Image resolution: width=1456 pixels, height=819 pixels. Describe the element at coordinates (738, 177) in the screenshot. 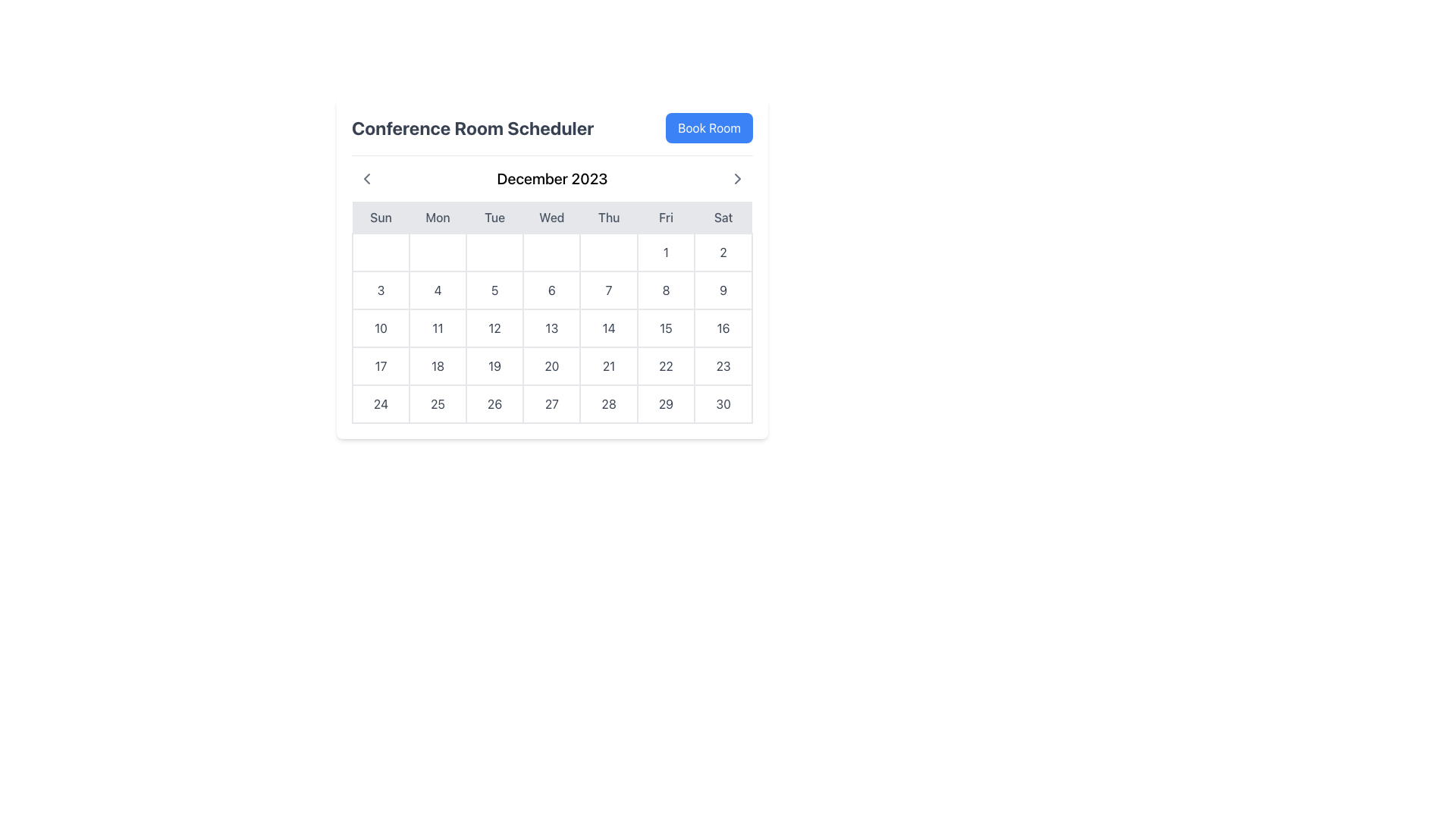

I see `the right-facing gray chevron icon in the top-right corner of the calendar header` at that location.